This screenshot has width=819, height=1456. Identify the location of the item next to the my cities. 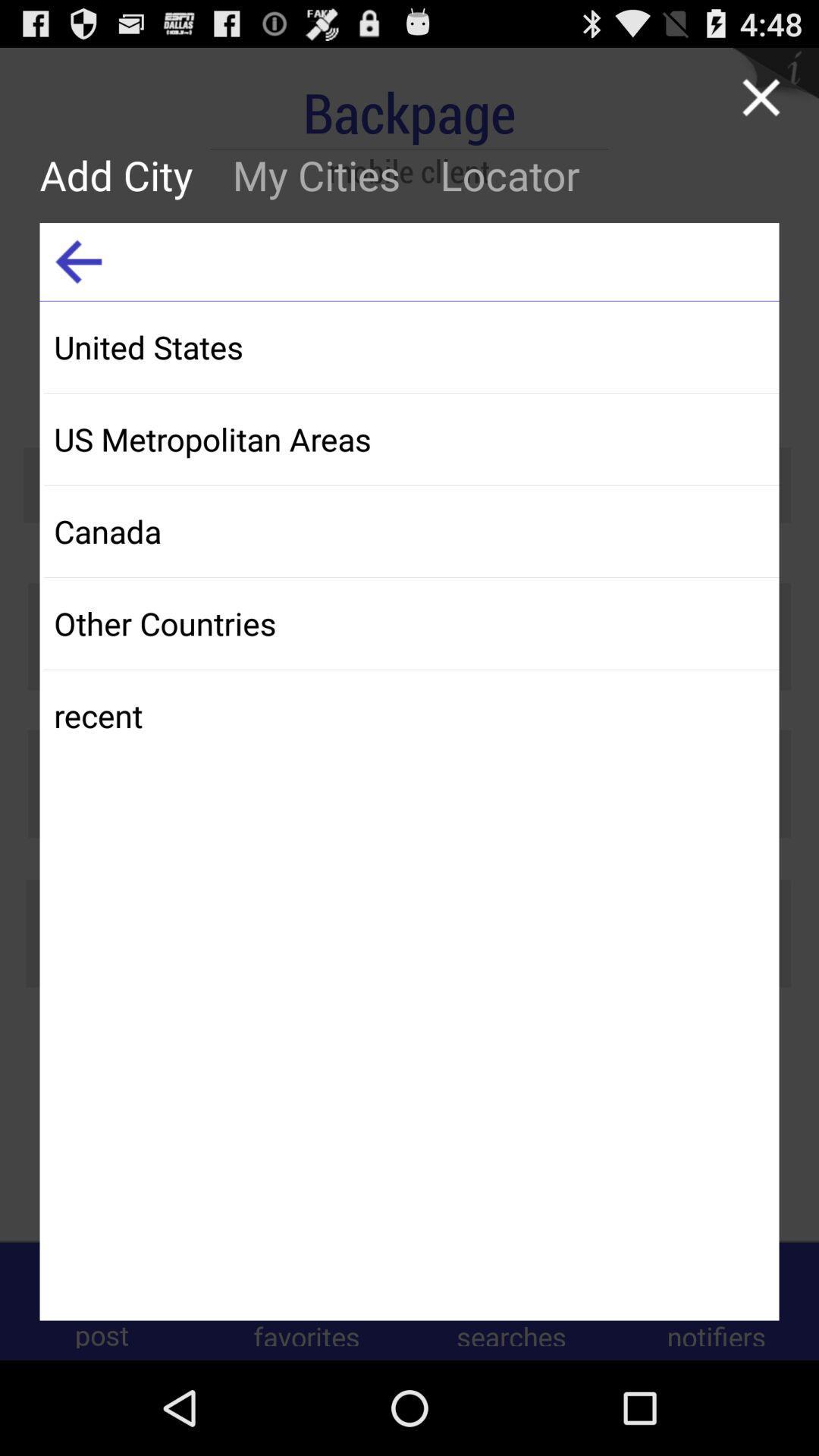
(78, 262).